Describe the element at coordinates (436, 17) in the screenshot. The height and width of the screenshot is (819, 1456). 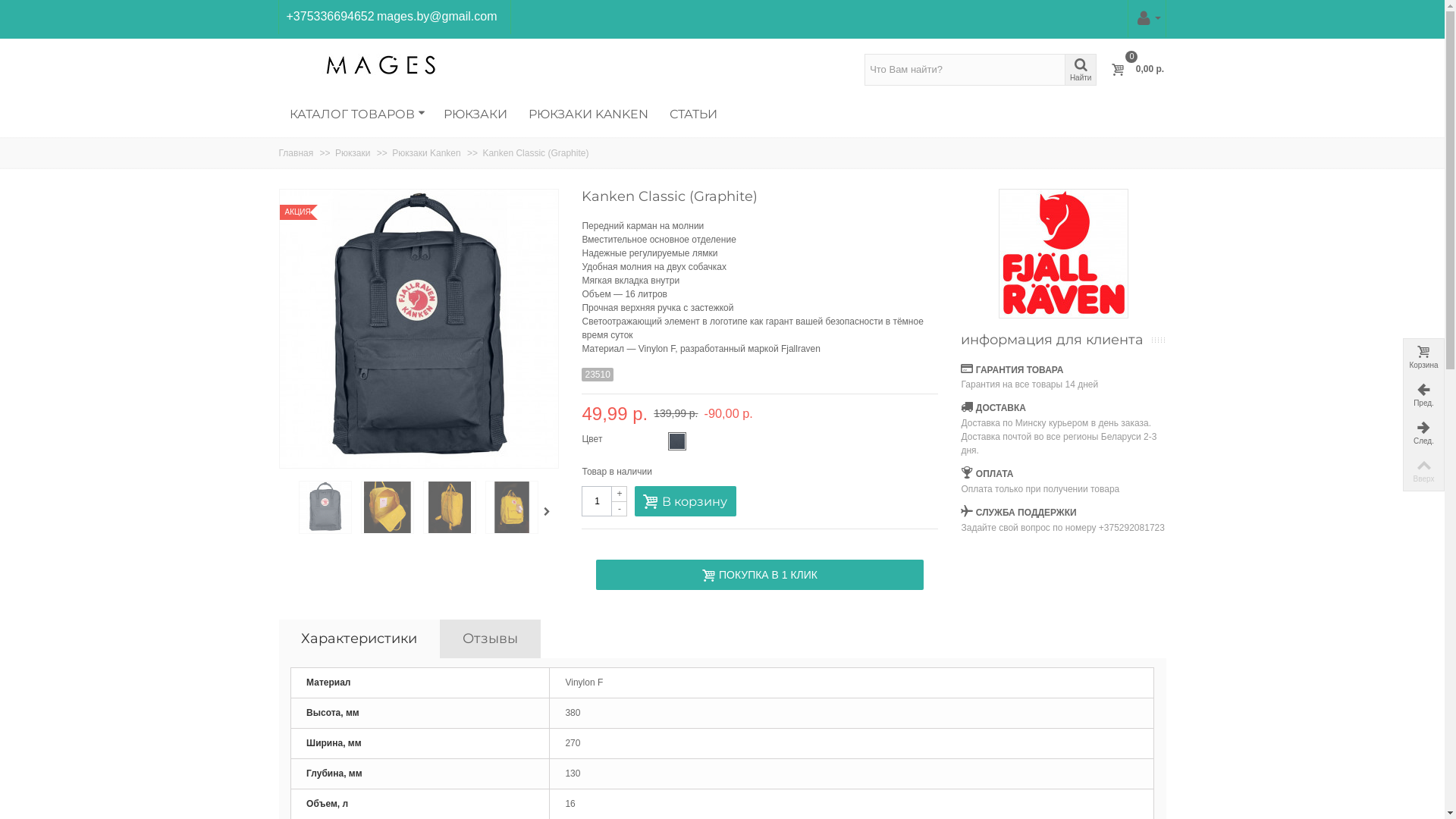
I see `'mages.by@gmail.com'` at that location.